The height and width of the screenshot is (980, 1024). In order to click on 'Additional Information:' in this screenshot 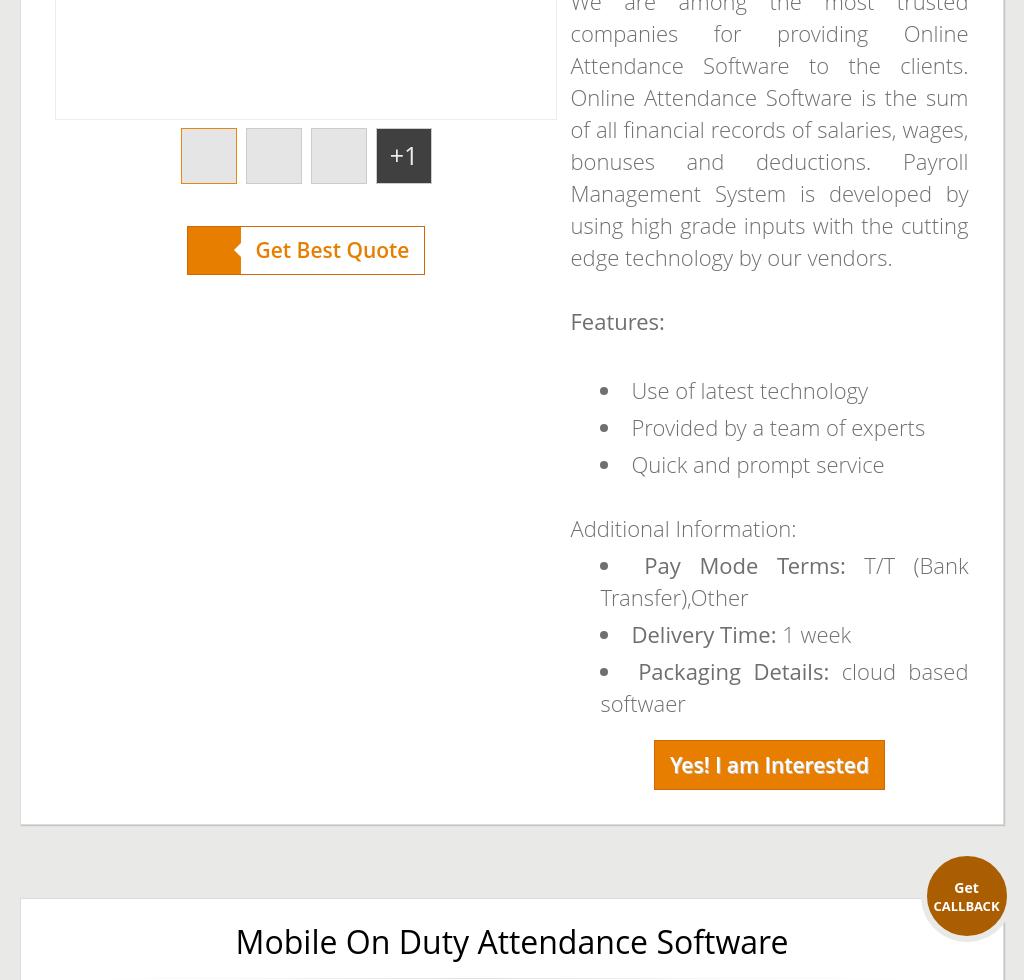, I will do `click(683, 528)`.